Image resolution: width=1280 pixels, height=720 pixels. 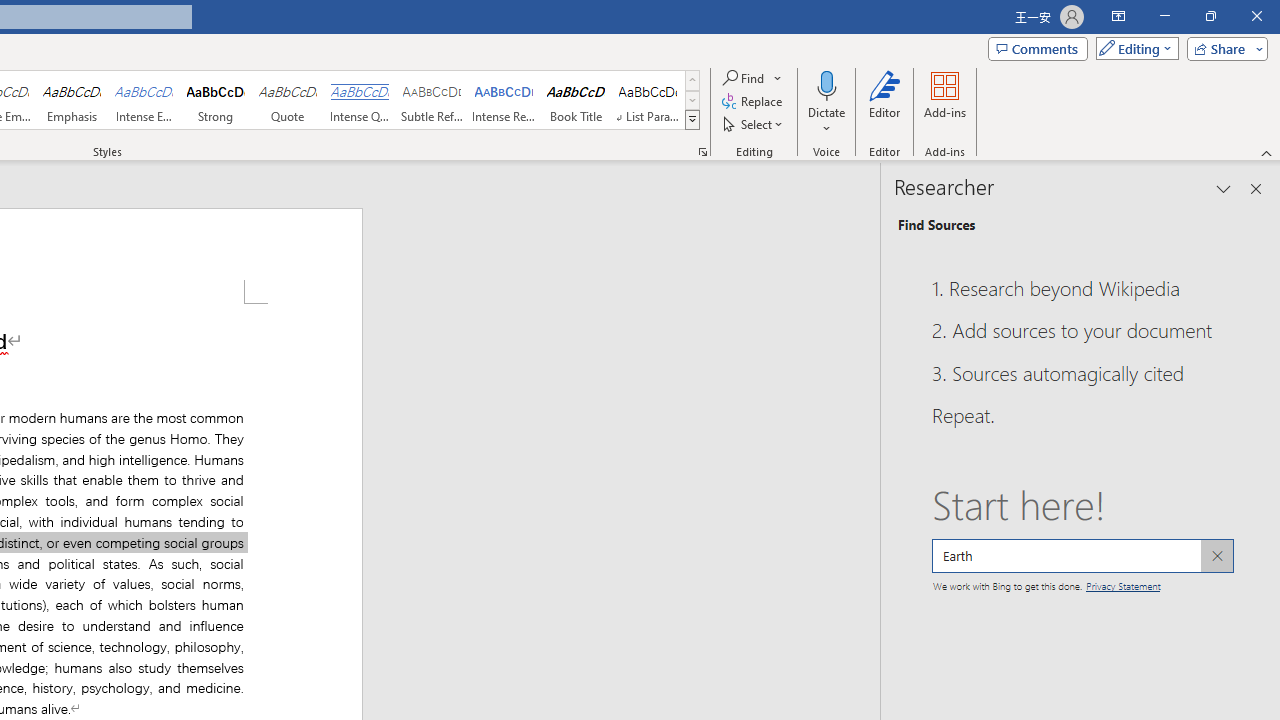 I want to click on 'Strong', so click(x=216, y=100).